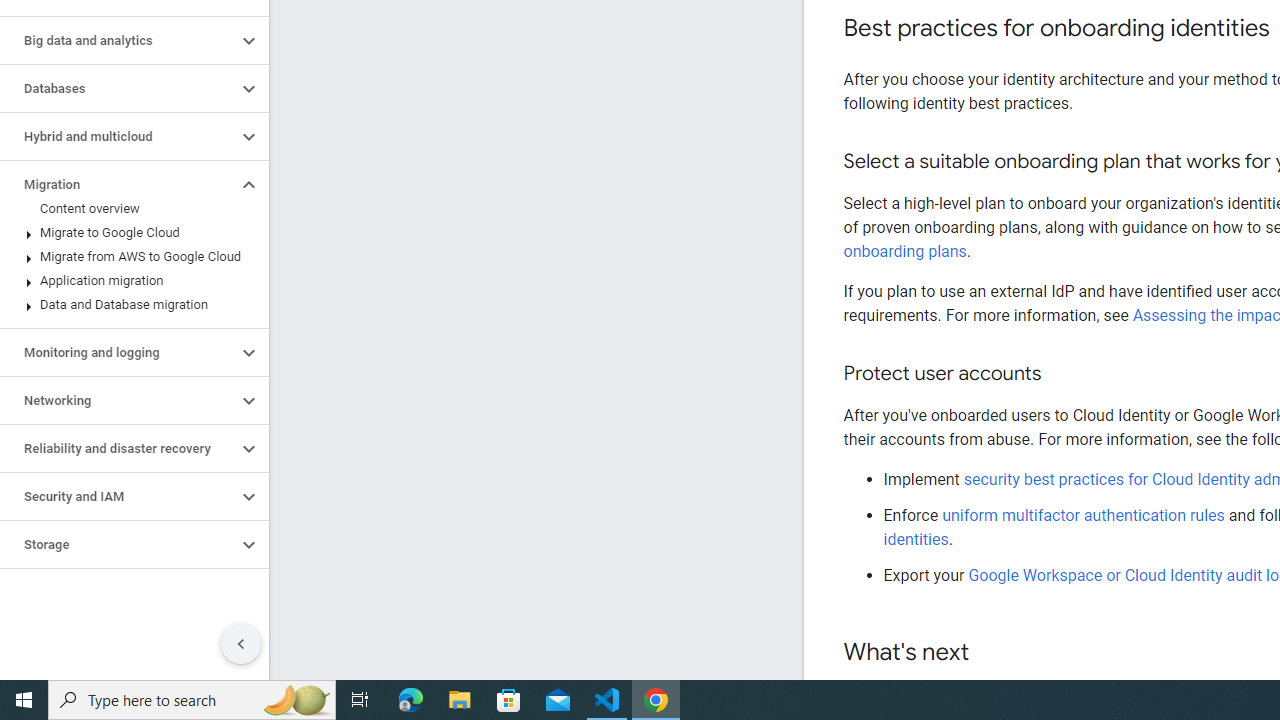 Image resolution: width=1280 pixels, height=720 pixels. Describe the element at coordinates (129, 281) in the screenshot. I see `'Application migration'` at that location.